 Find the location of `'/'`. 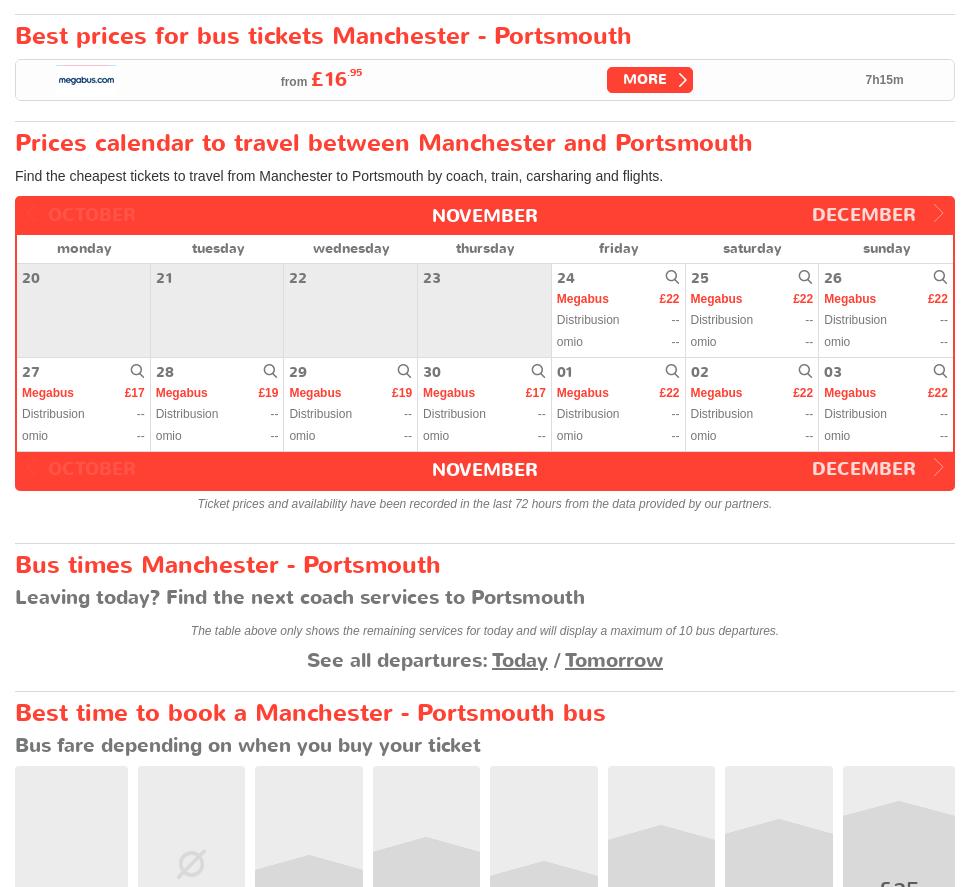

'/' is located at coordinates (555, 658).